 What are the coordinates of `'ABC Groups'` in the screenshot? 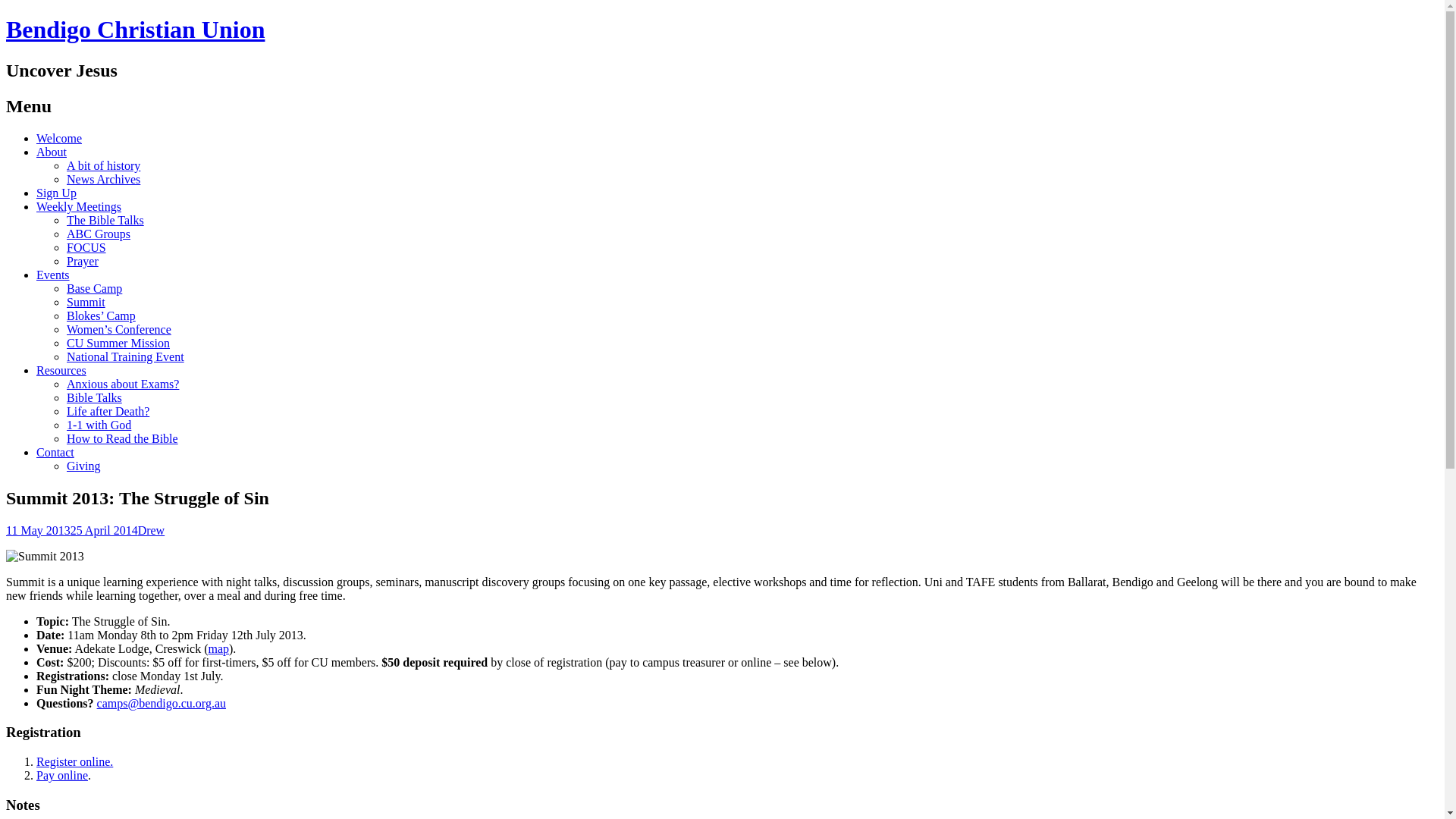 It's located at (97, 234).